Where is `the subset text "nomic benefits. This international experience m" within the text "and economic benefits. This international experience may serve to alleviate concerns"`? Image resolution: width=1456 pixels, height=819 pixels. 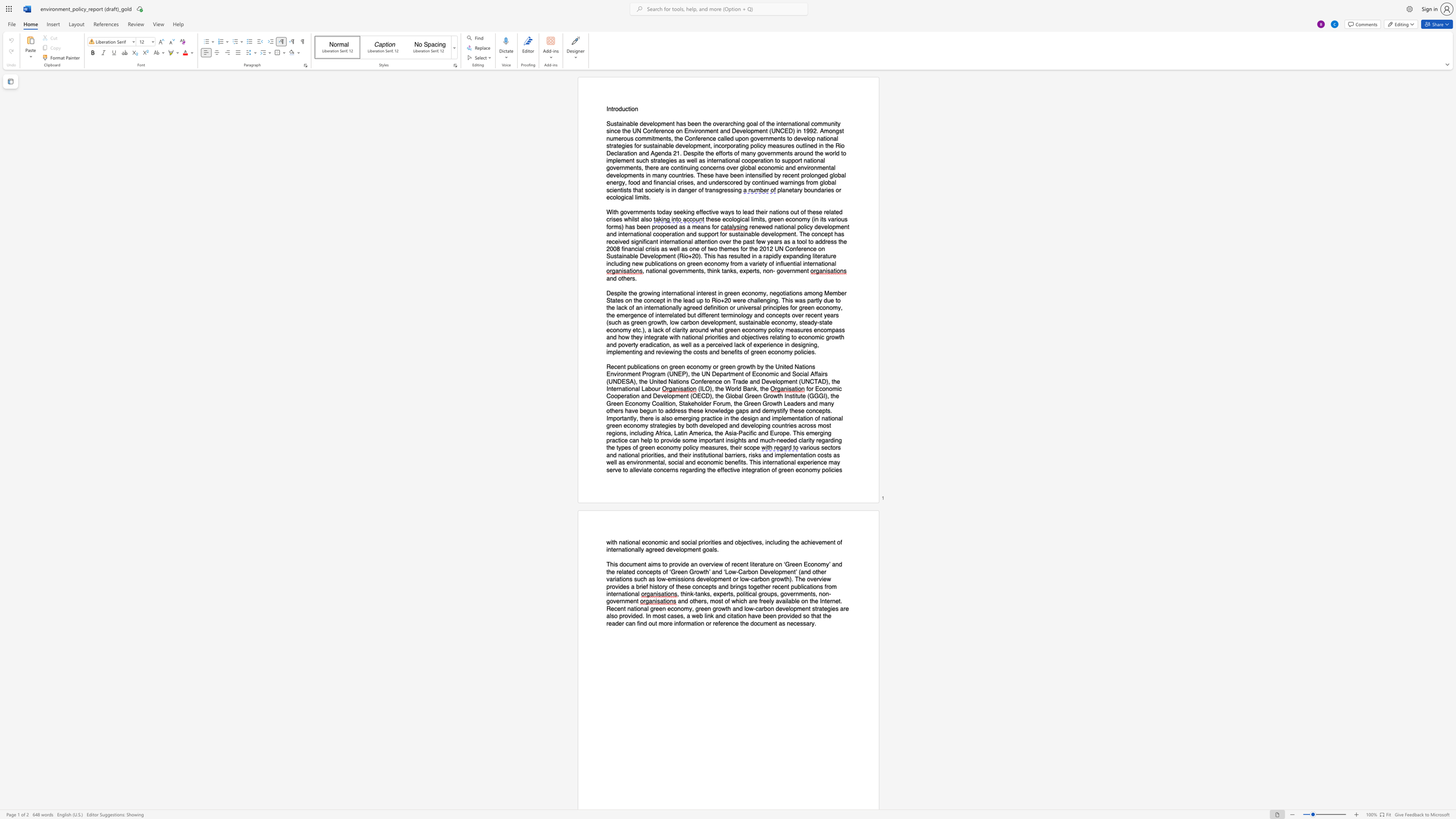 the subset text "nomic benefits. This international experience m" within the text "and economic benefits. This international experience may serve to alleviate concerns" is located at coordinates (706, 462).